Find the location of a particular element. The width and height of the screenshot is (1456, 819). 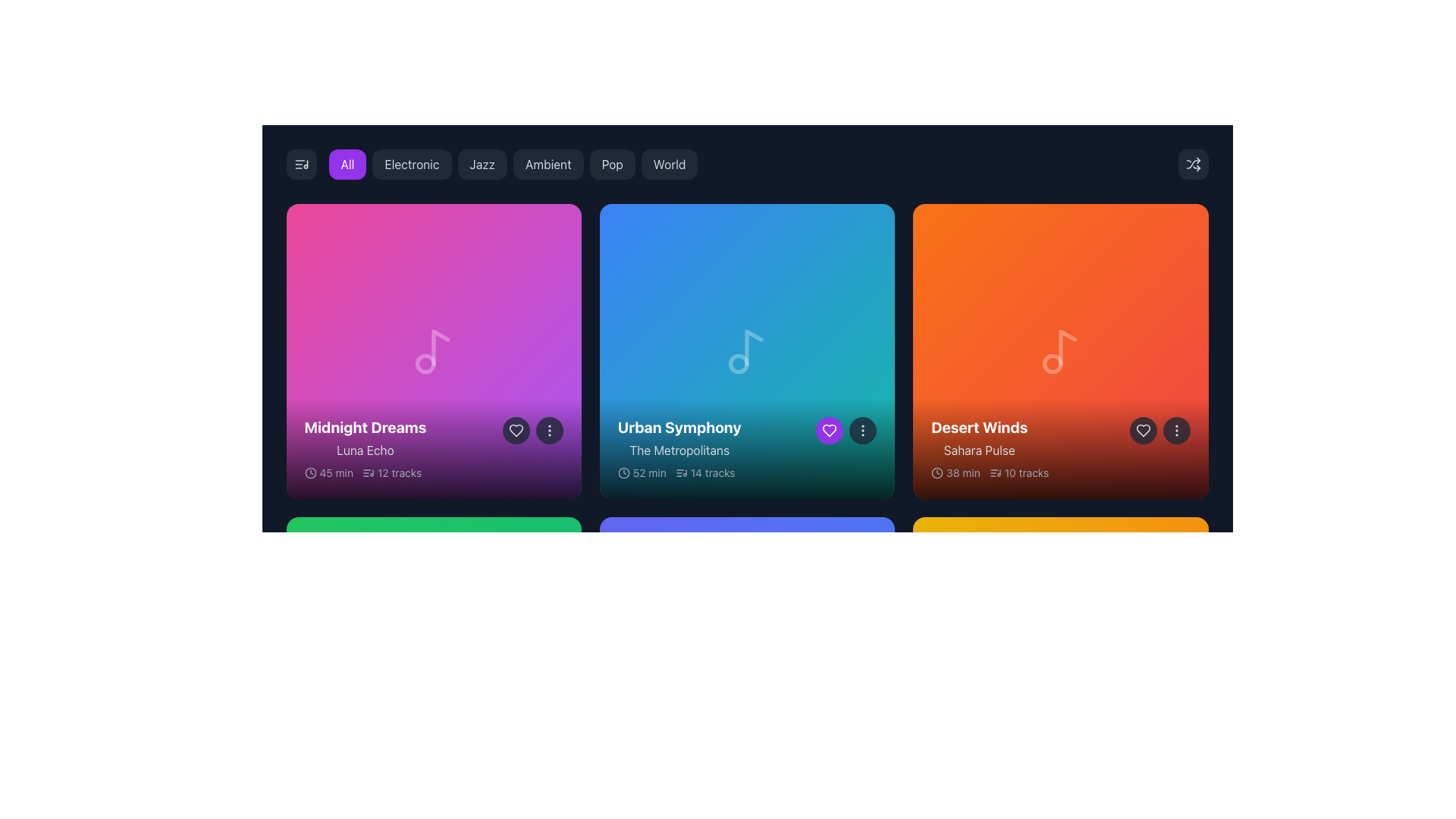

the subtitle text label located below 'Desert Winds' within the orange-colored card is located at coordinates (979, 450).